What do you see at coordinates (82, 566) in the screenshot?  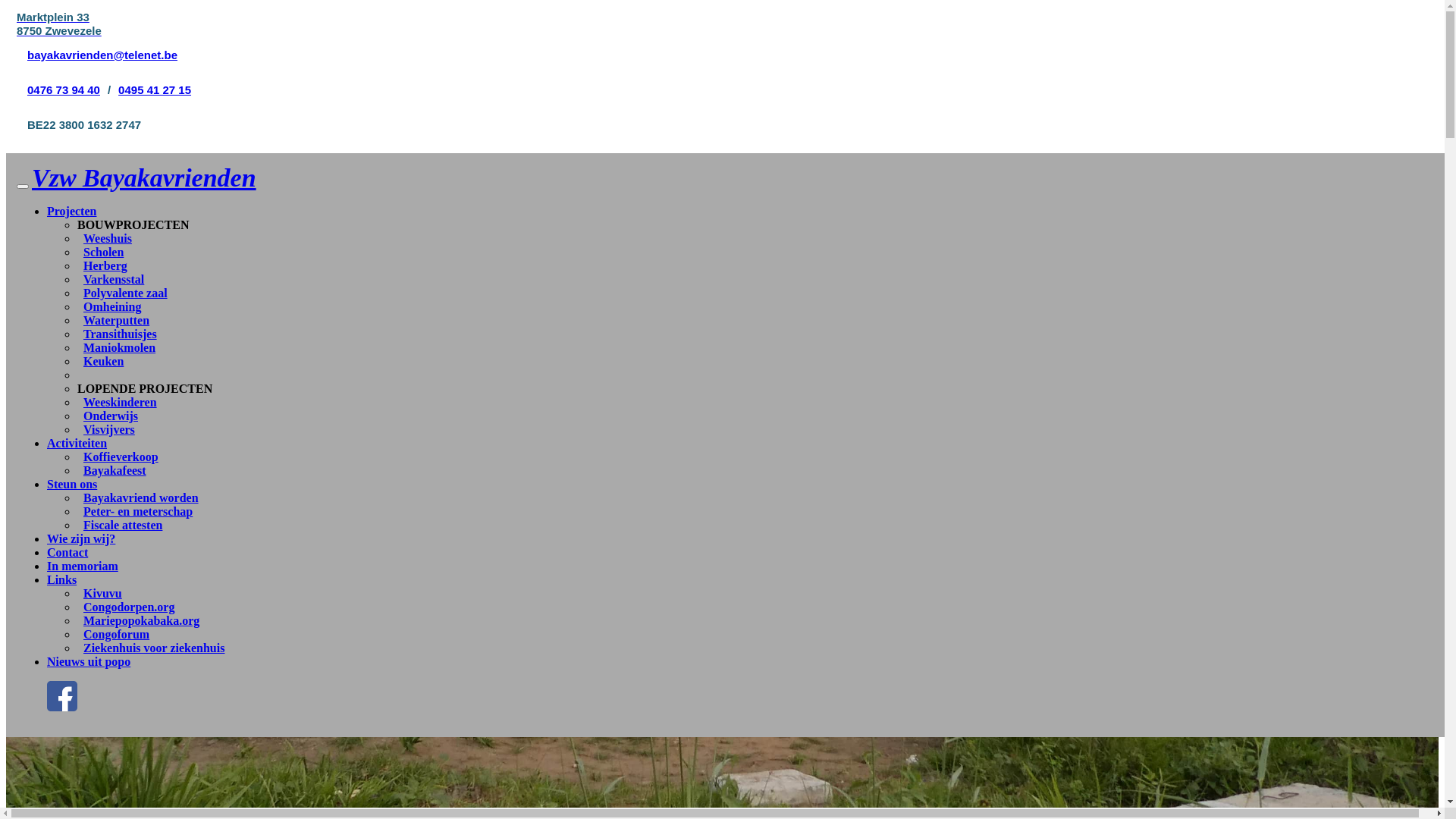 I see `'In memoriam'` at bounding box center [82, 566].